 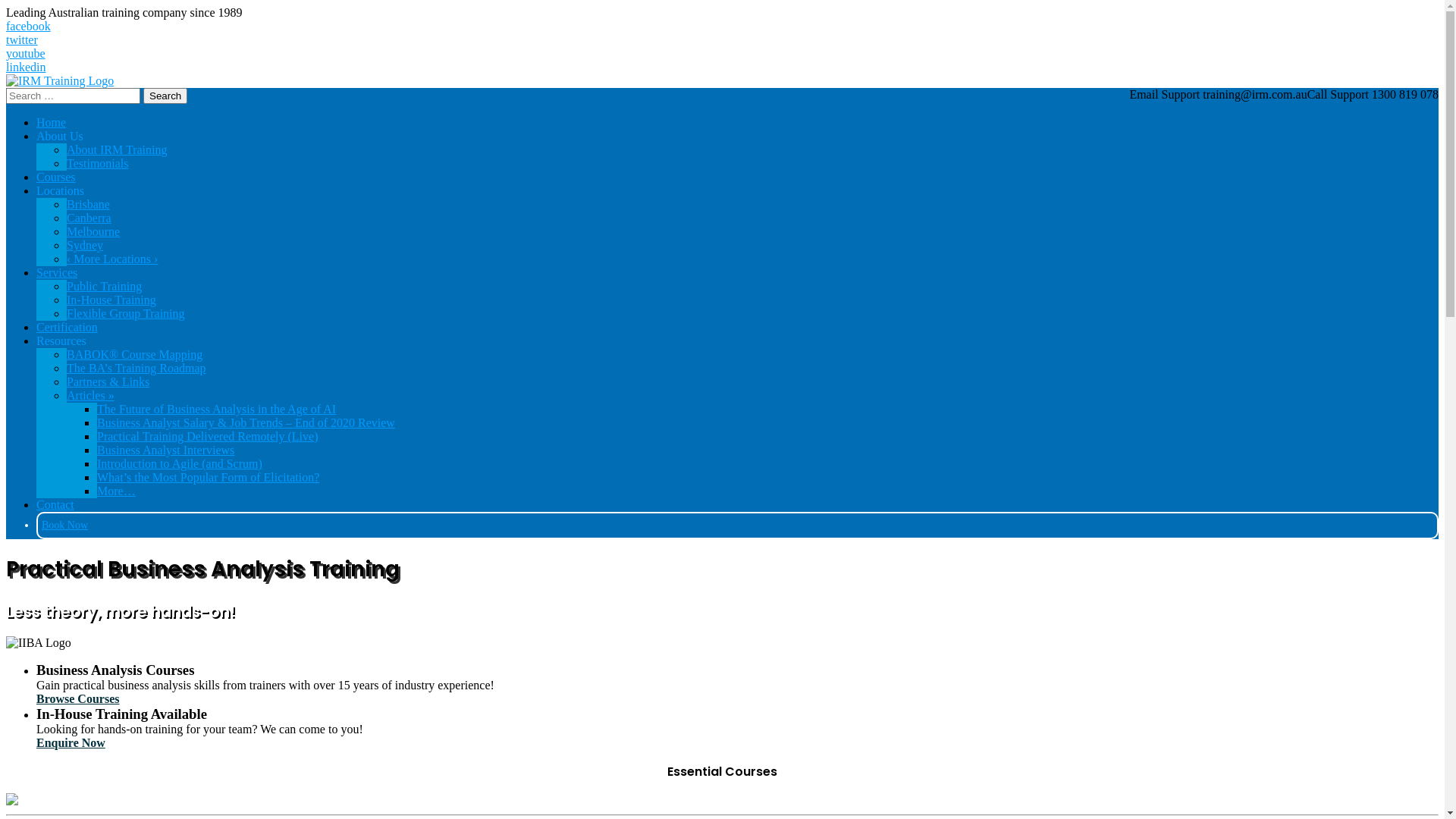 I want to click on 'Melbourne', so click(x=65, y=231).